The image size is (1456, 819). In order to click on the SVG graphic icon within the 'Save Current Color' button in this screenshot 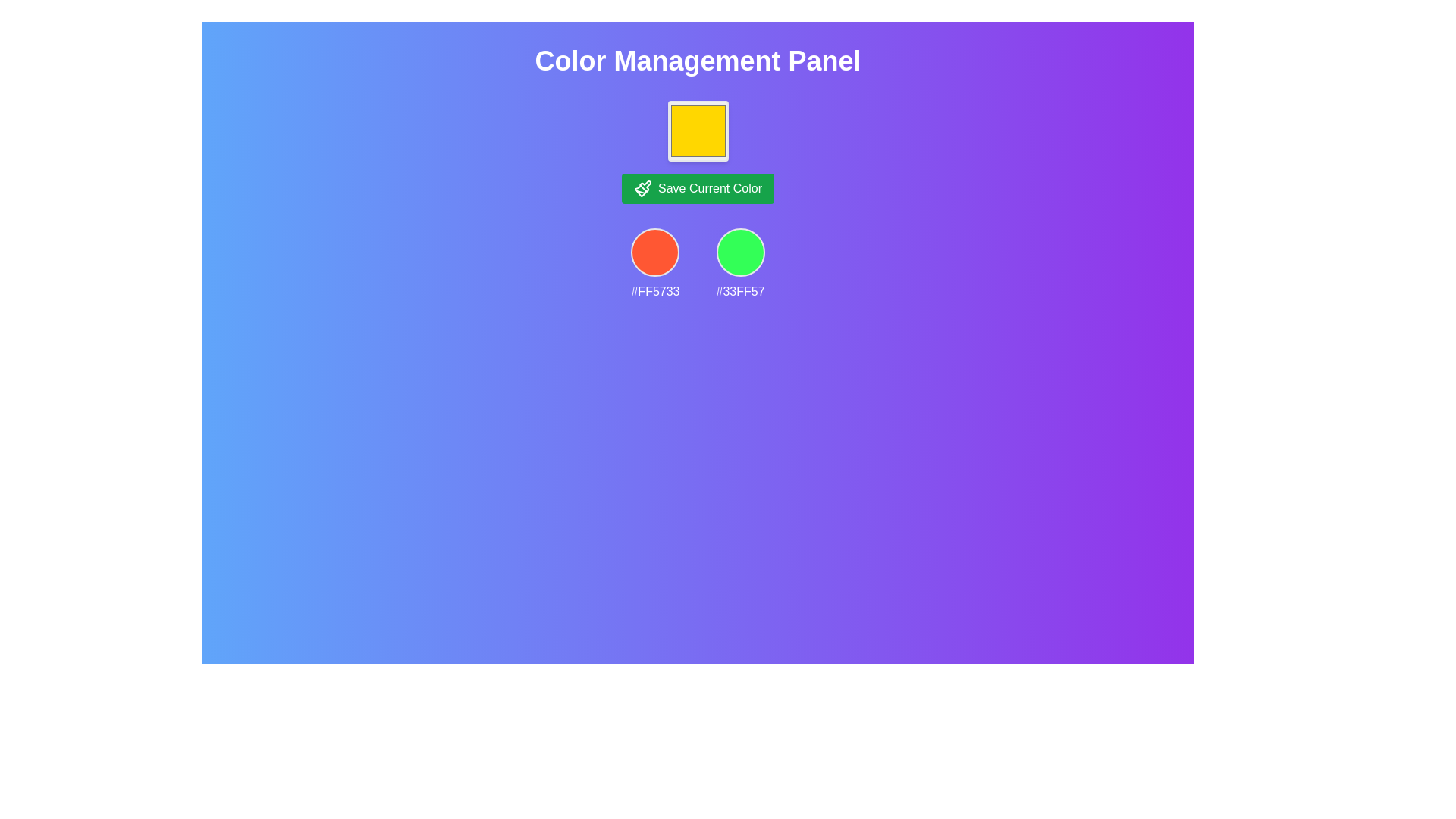, I will do `click(645, 185)`.